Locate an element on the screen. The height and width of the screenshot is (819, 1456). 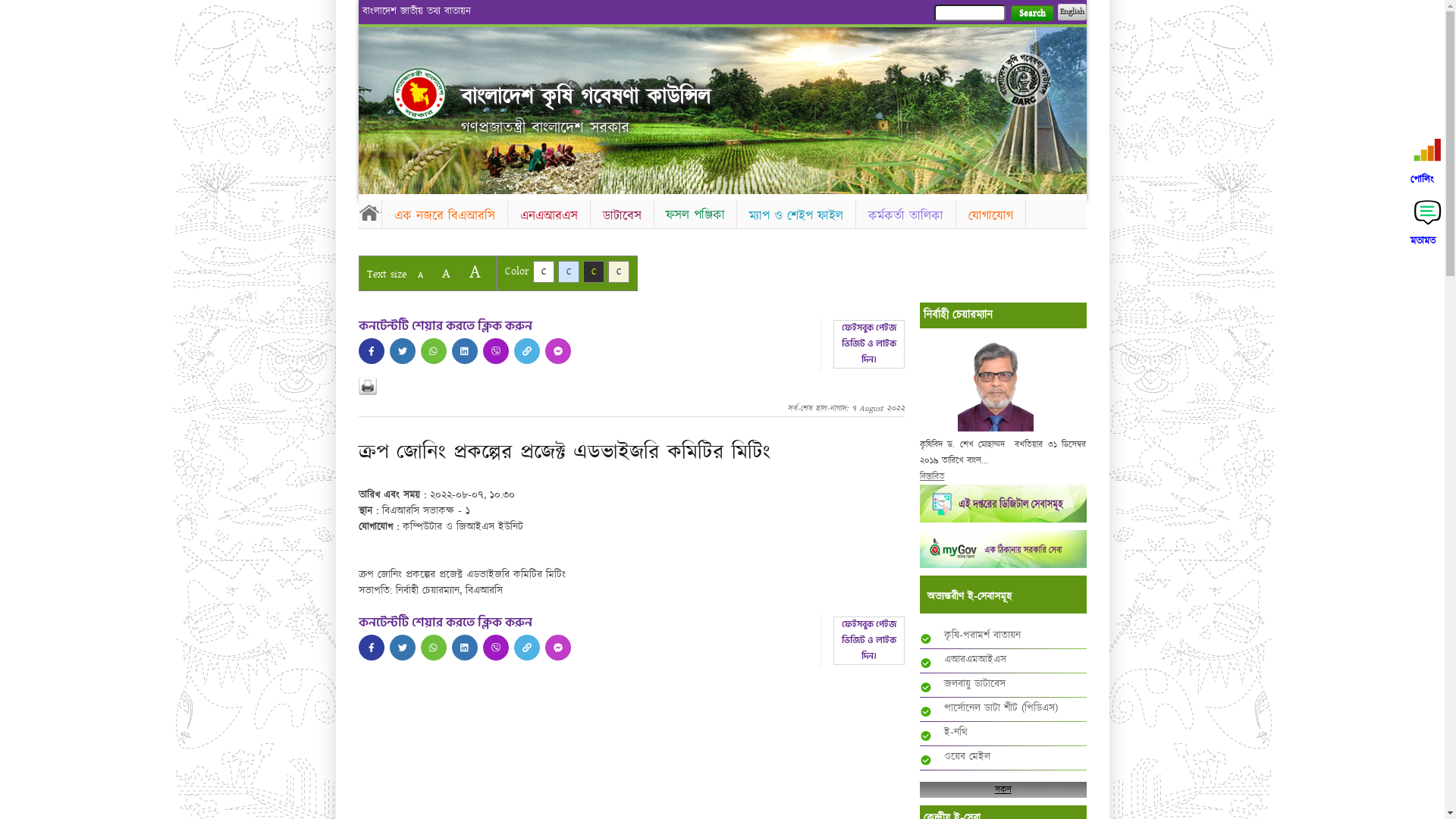
'A' is located at coordinates (473, 271).